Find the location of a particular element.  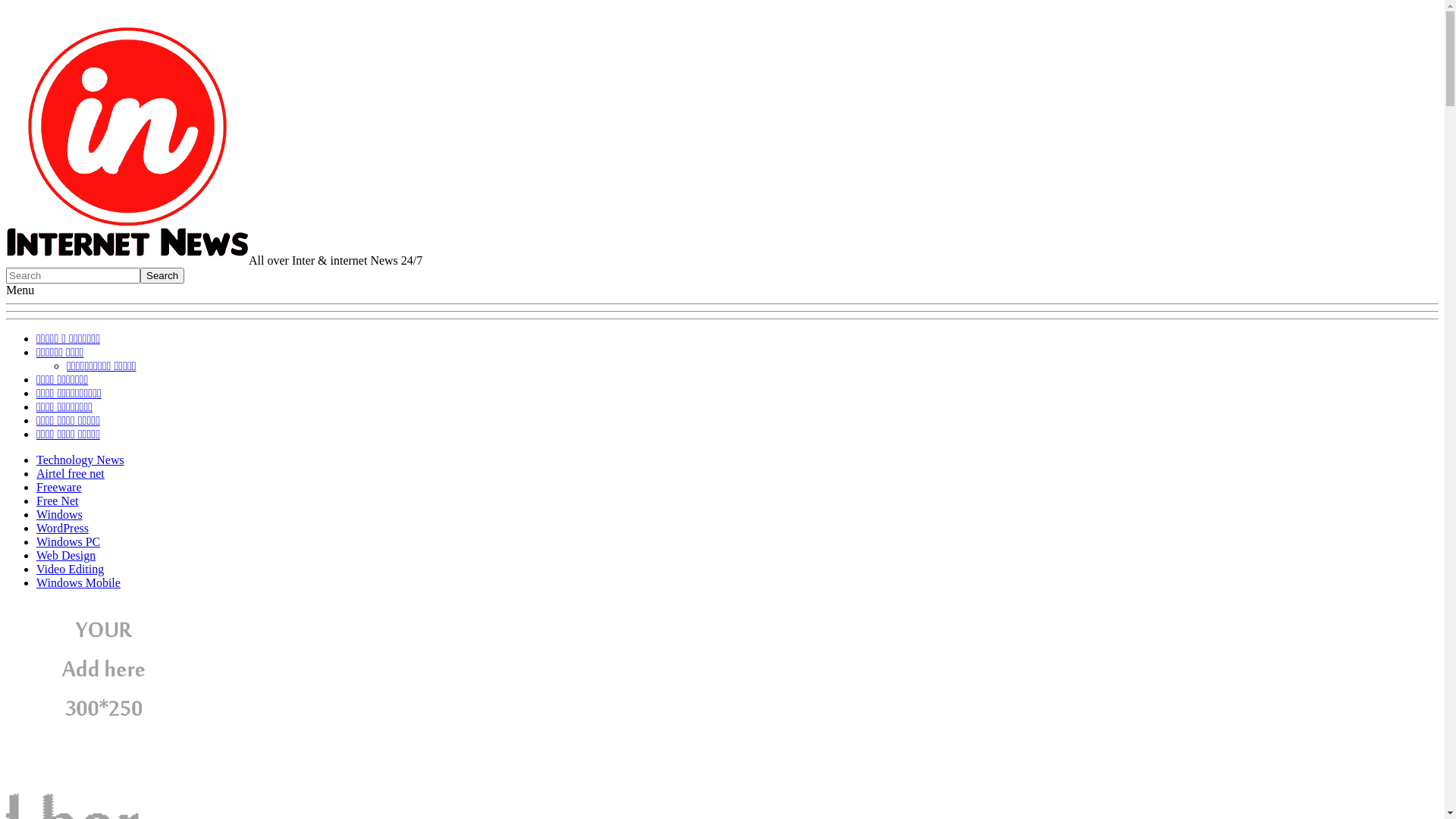

'Video Editing' is located at coordinates (69, 569).